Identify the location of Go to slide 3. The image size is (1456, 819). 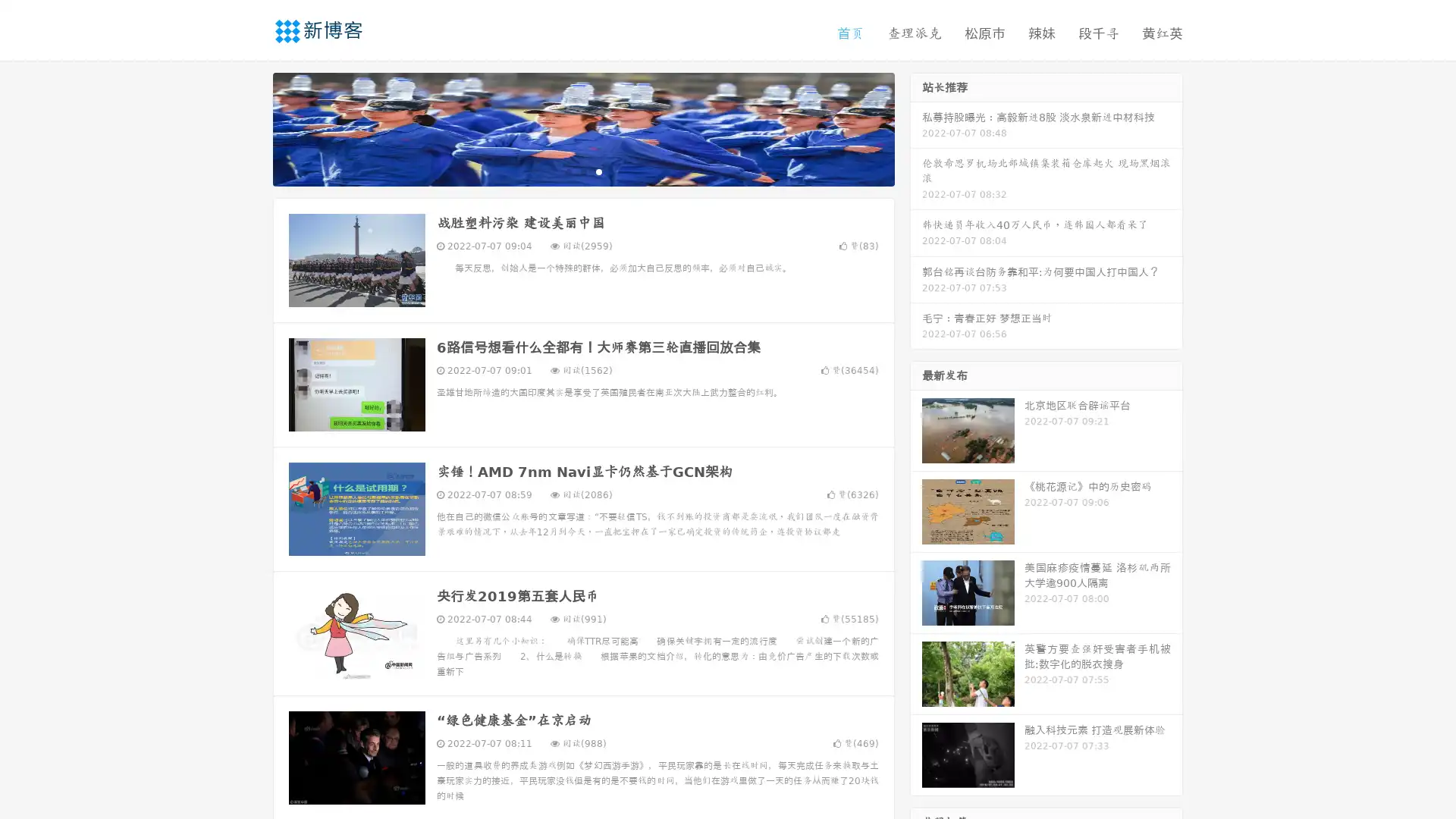
(598, 171).